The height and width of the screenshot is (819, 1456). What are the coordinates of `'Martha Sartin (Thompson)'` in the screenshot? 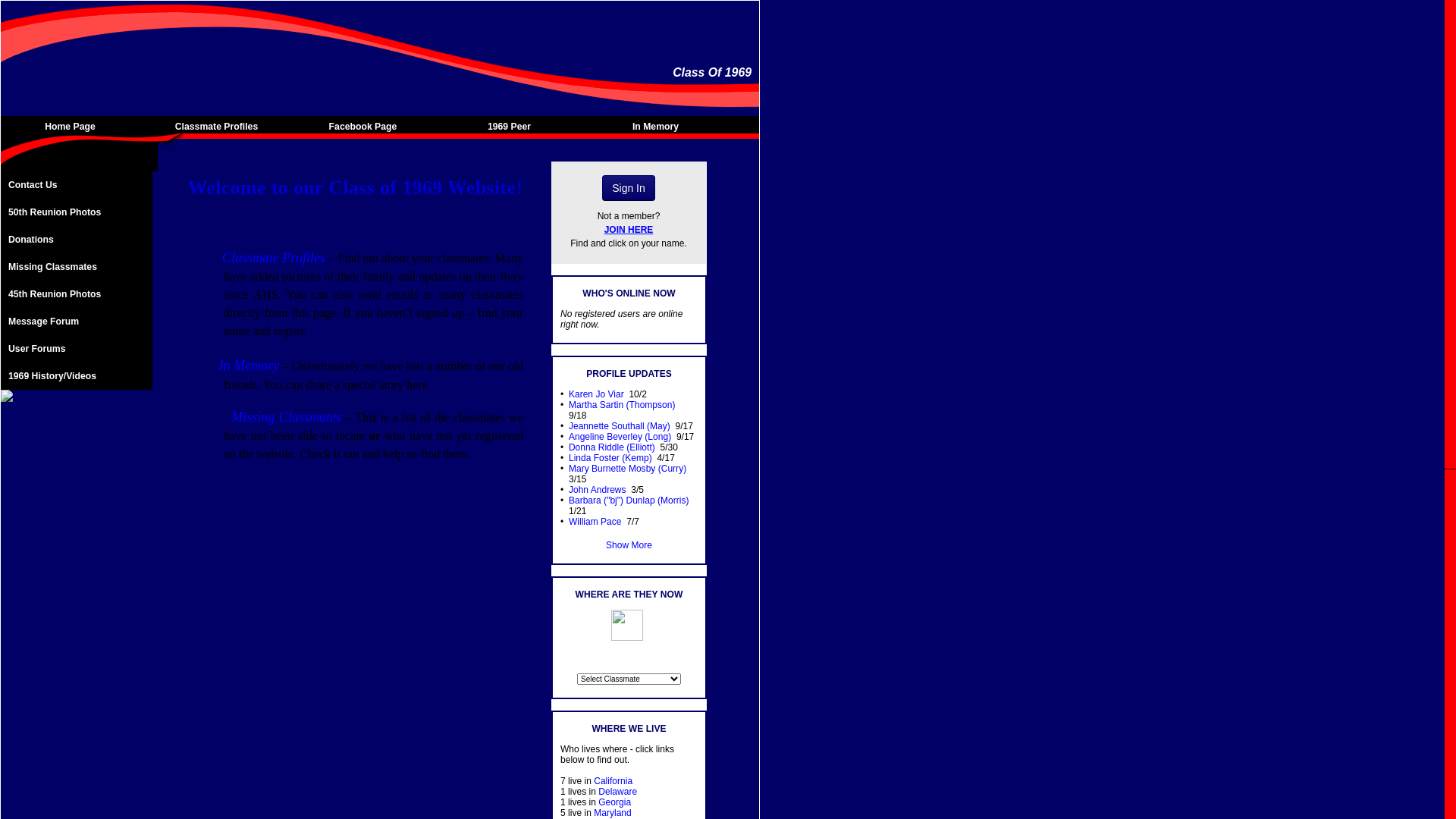 It's located at (622, 403).